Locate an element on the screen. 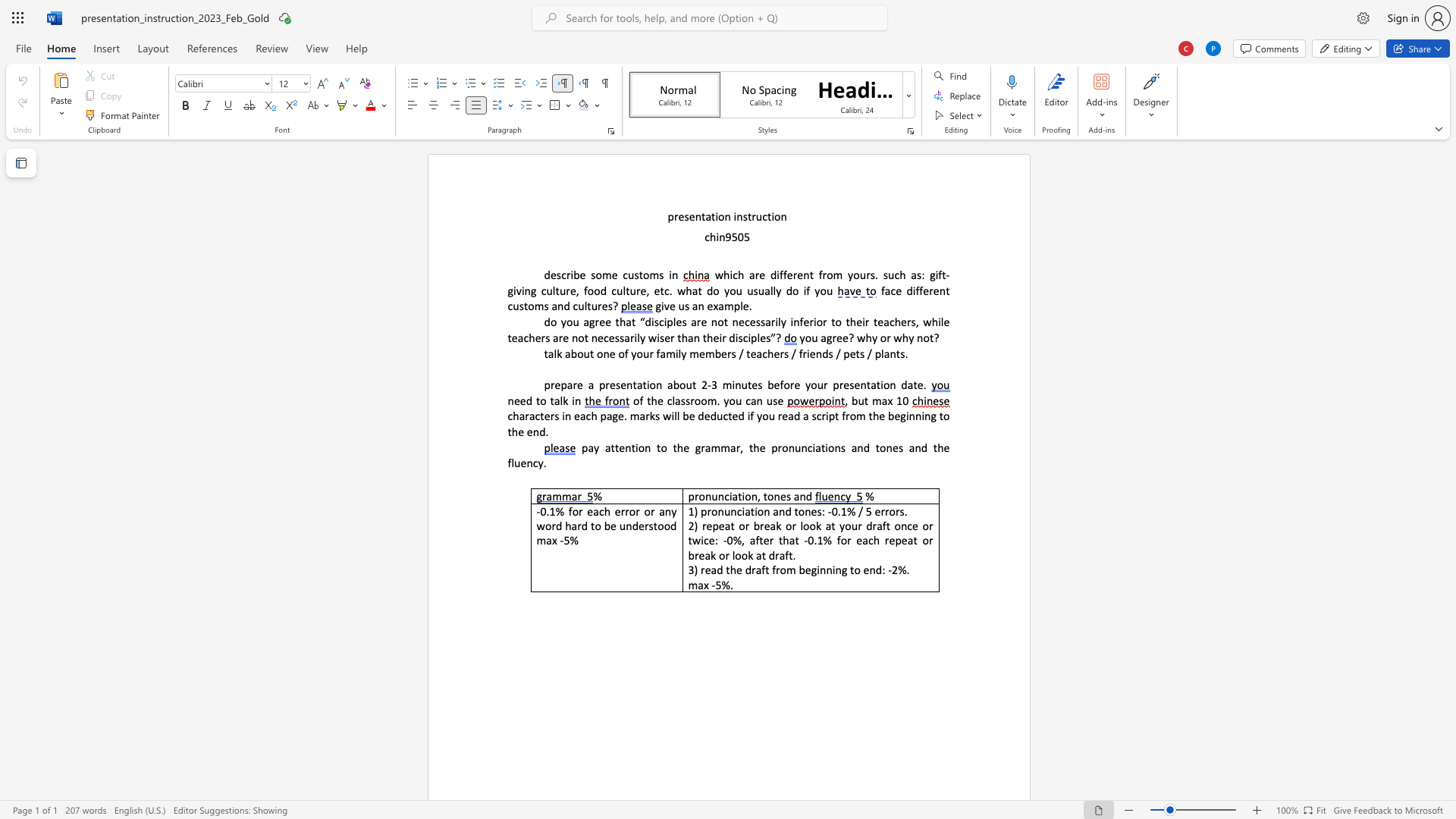 Image resolution: width=1456 pixels, height=819 pixels. the 1th character "m" in the text is located at coordinates (729, 306).